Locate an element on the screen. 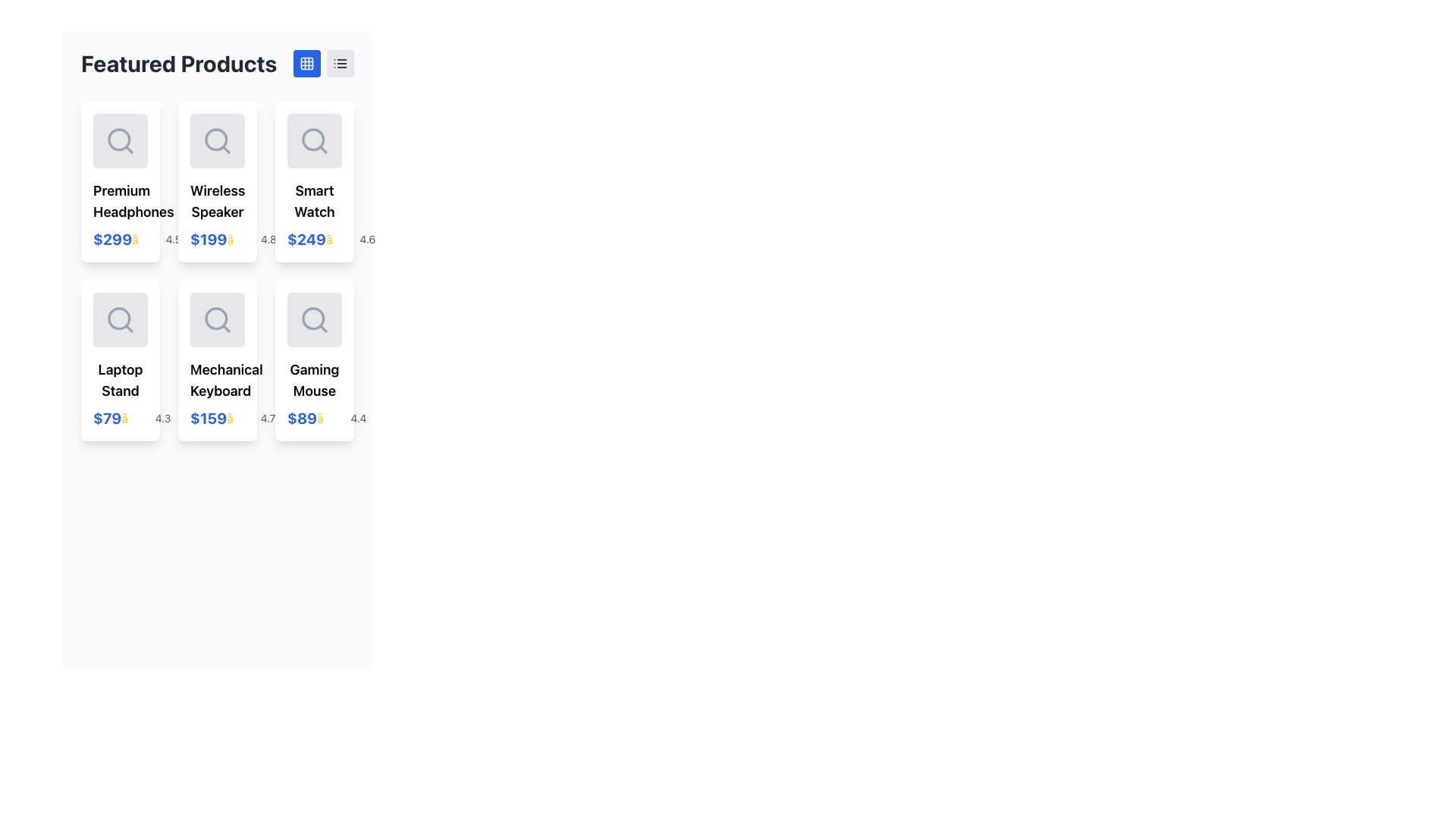 This screenshot has width=1456, height=819. the search icon located in the bottom-right card of the product grid is located at coordinates (313, 318).